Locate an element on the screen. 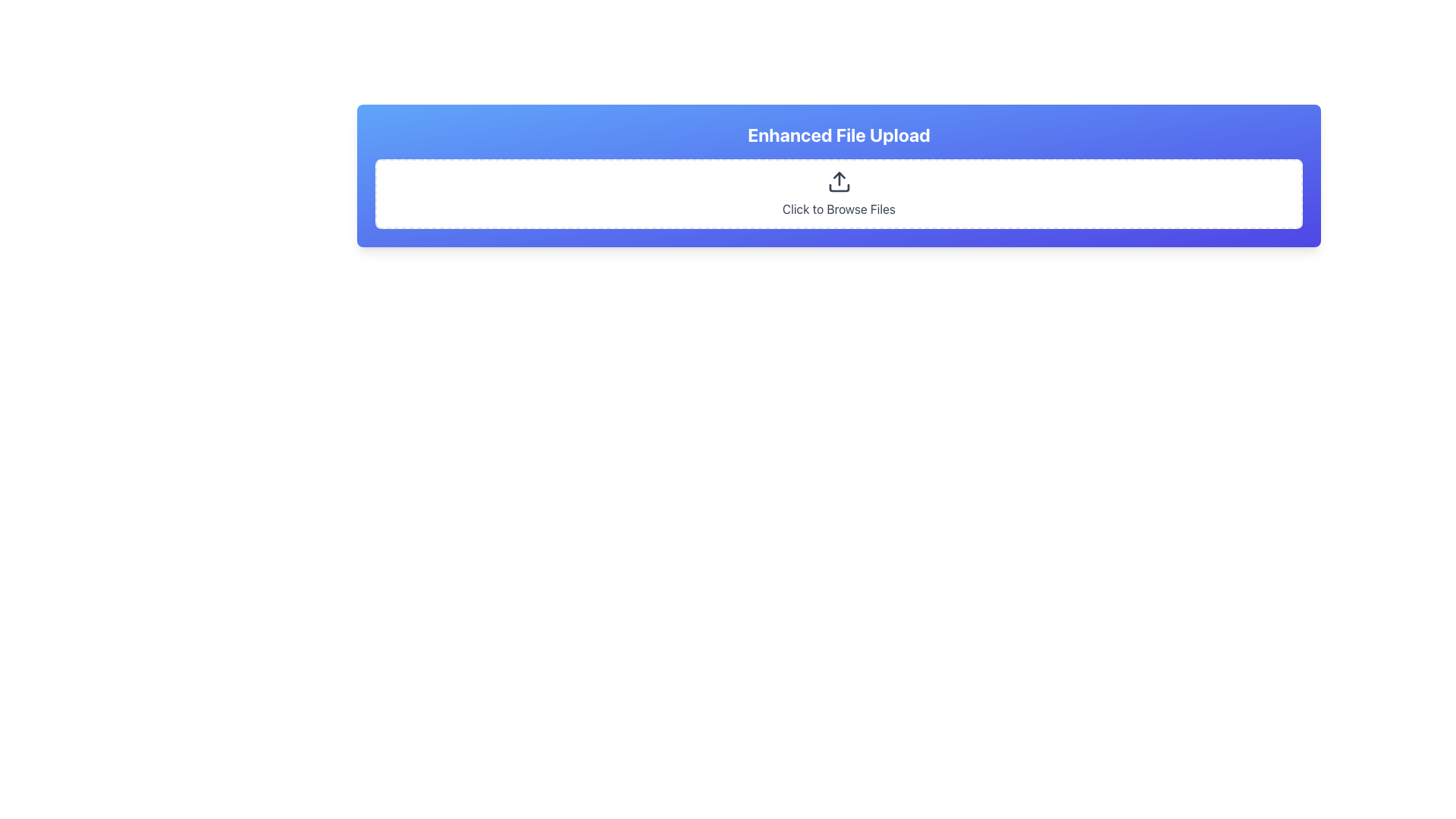 Image resolution: width=1456 pixels, height=819 pixels. the upload icon, which features an upward pointing arrow and a line segment, located in the file upload section above the text 'Click to Browse Files' is located at coordinates (838, 180).